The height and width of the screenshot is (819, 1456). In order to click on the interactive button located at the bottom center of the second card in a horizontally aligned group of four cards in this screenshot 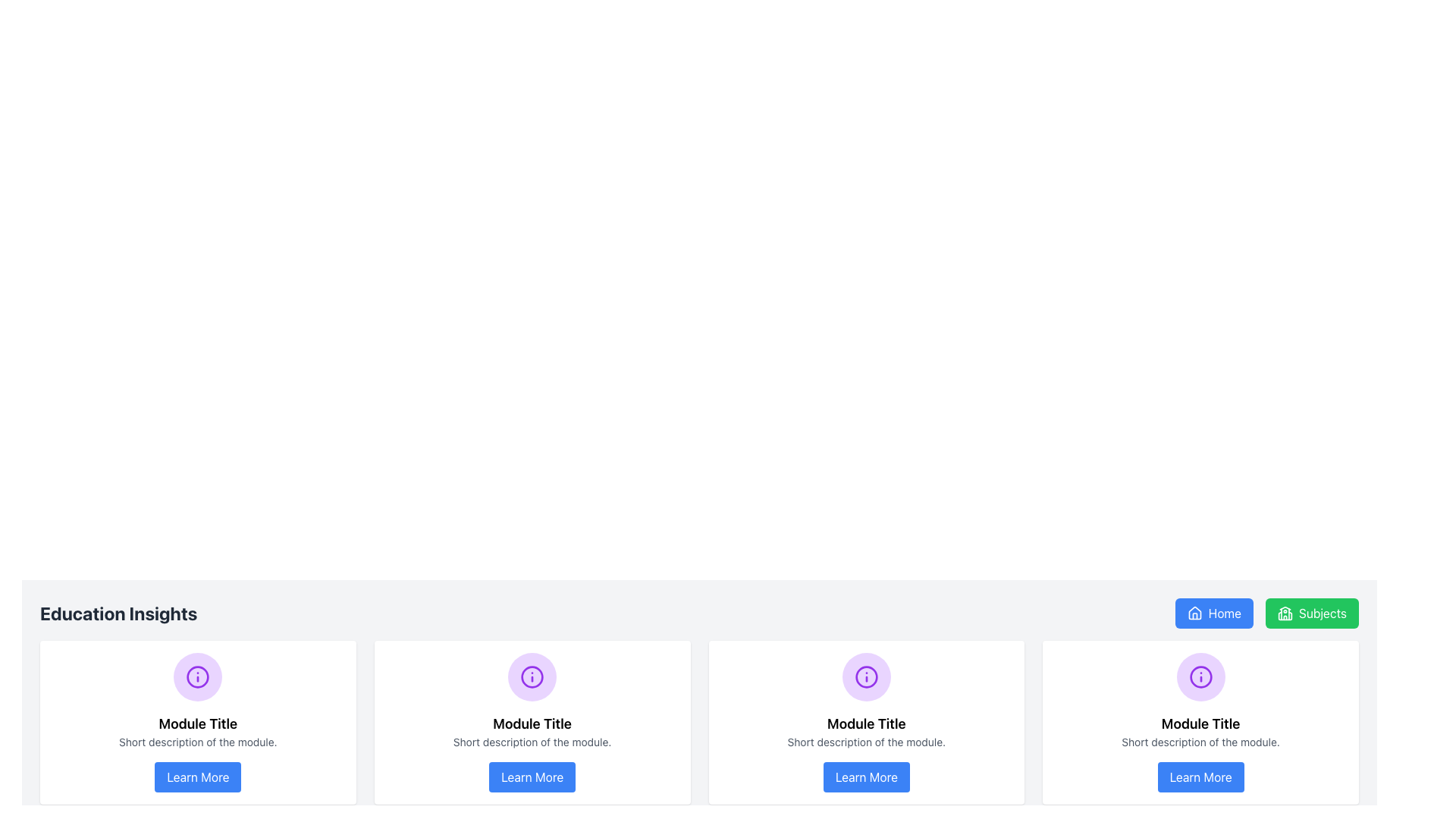, I will do `click(532, 777)`.